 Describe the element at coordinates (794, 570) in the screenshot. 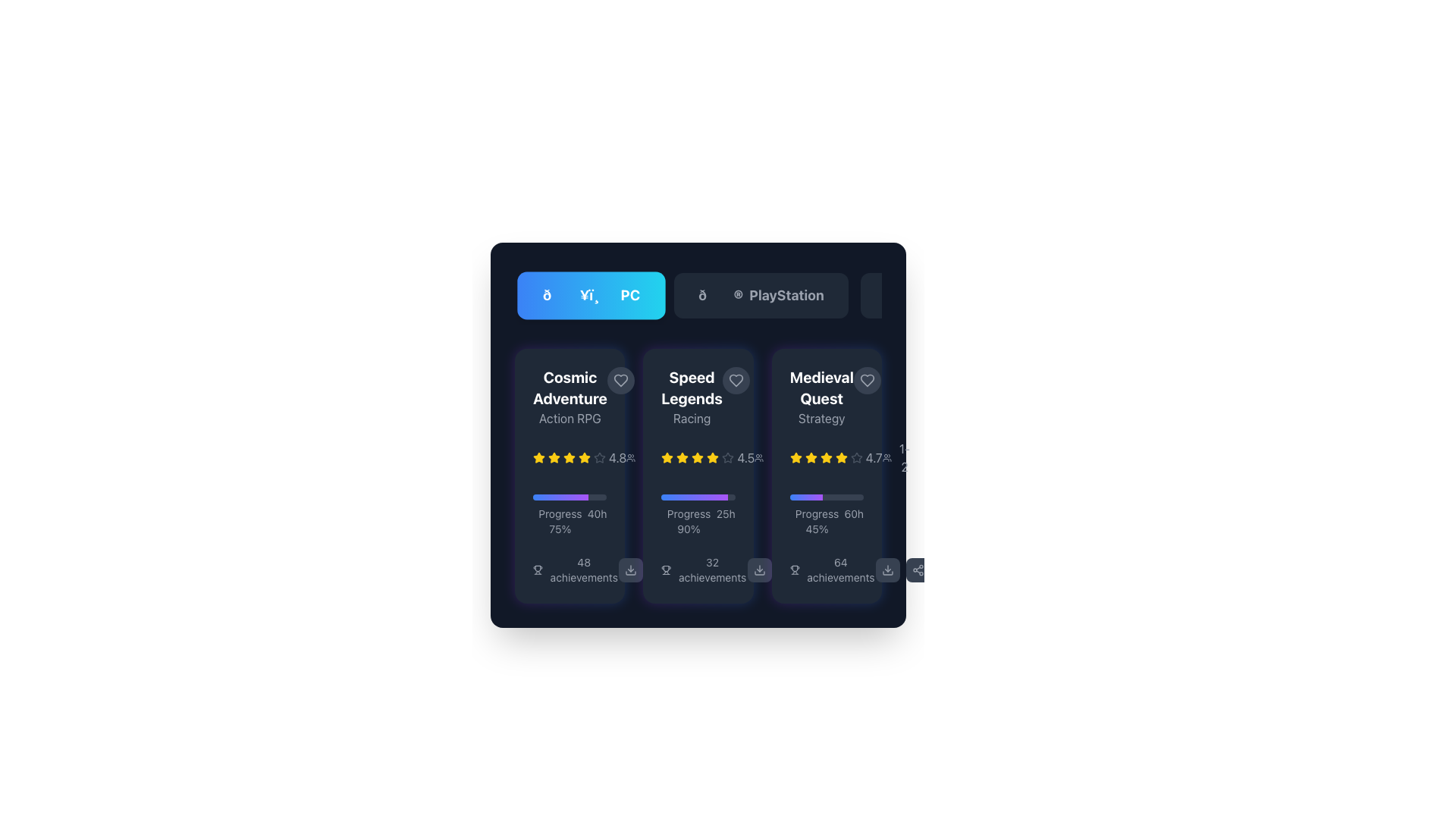

I see `the achievements icon located in the bottom-right card of the interface, which is the leftmost item in a group containing text and other icons` at that location.